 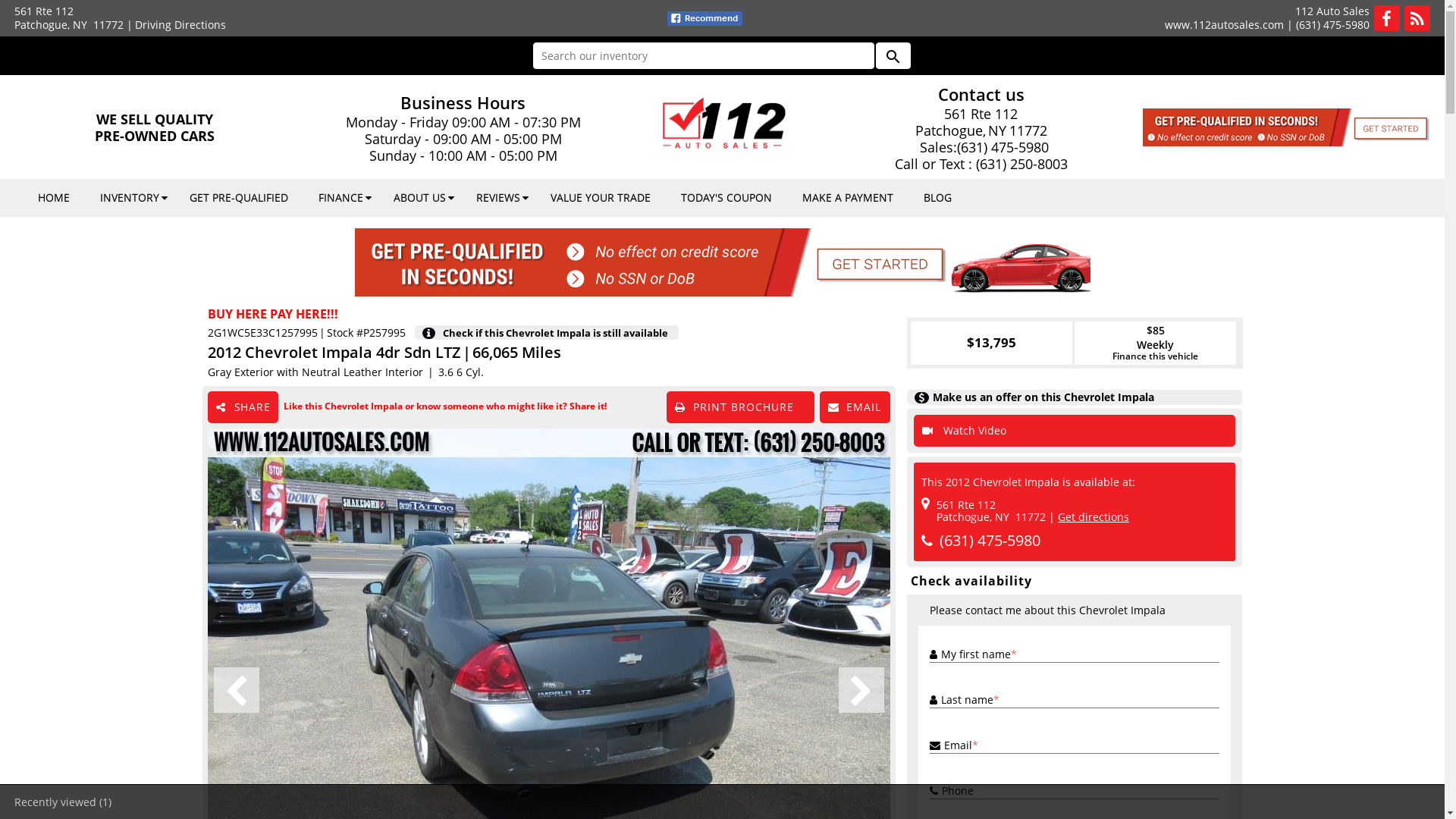 I want to click on 'EMAIL', so click(x=818, y=406).